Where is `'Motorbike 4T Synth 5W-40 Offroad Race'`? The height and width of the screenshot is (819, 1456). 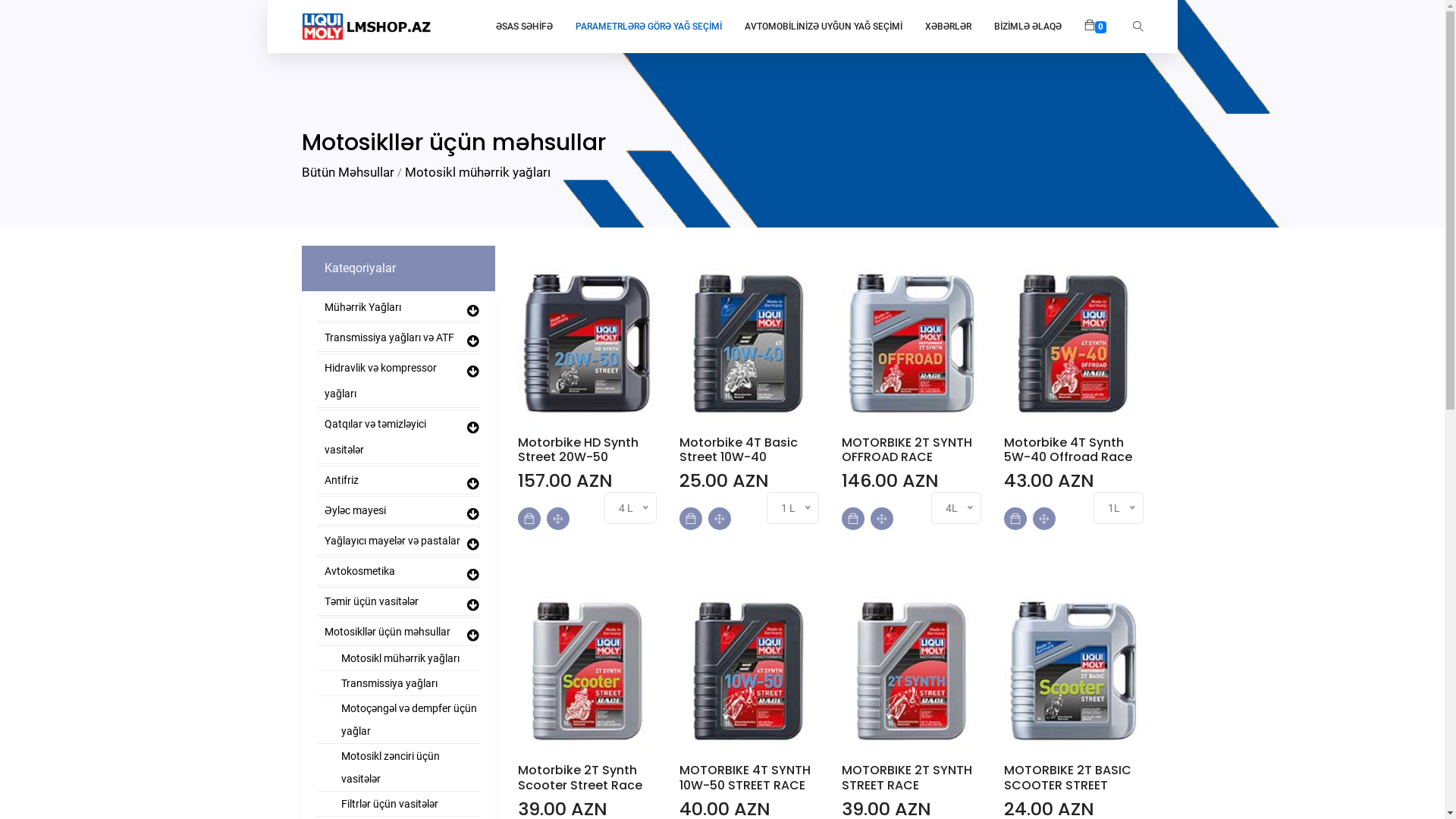
'Motorbike 4T Synth 5W-40 Offroad Race' is located at coordinates (1004, 449).